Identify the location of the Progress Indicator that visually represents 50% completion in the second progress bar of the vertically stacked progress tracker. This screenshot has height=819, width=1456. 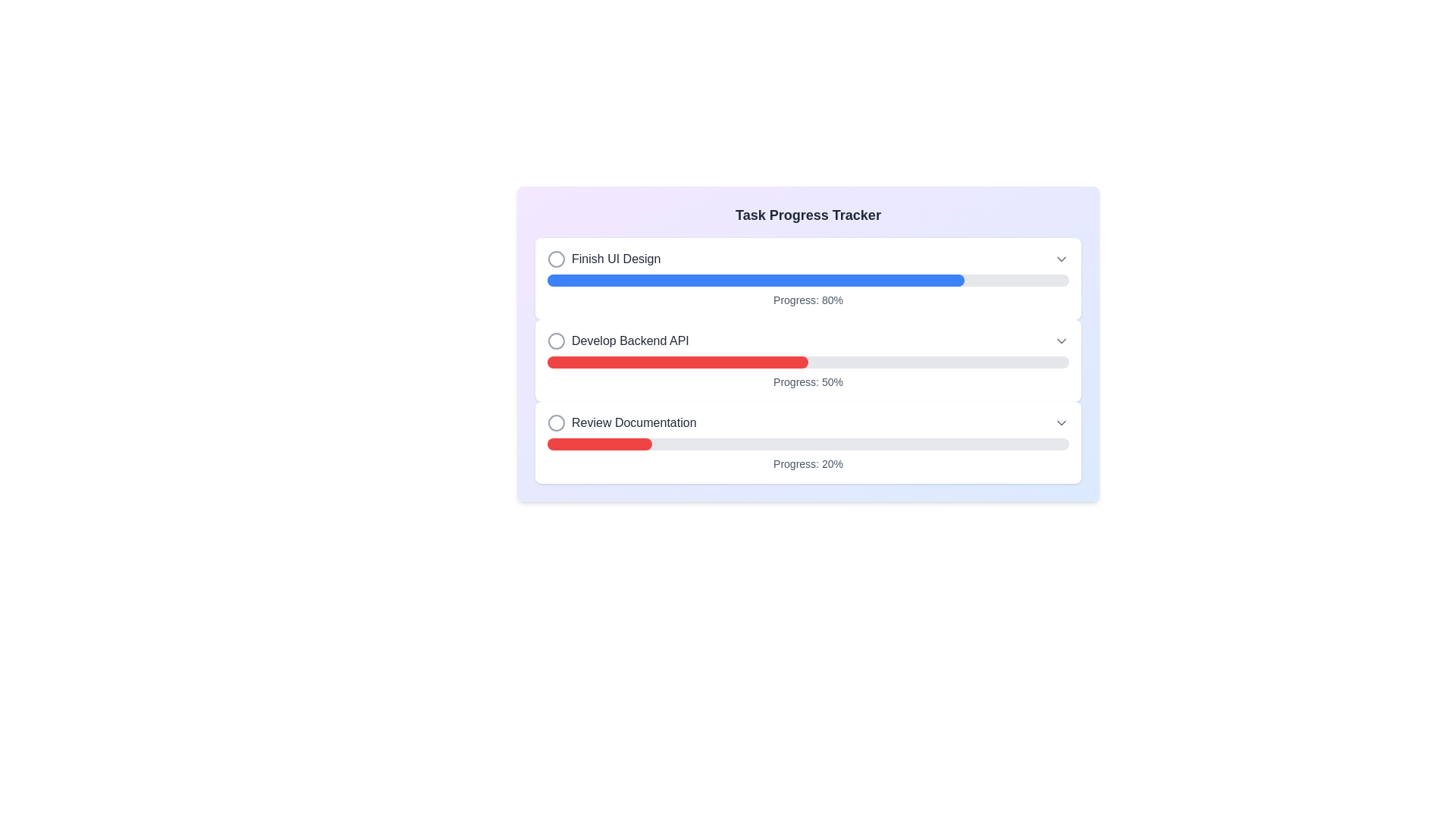
(676, 362).